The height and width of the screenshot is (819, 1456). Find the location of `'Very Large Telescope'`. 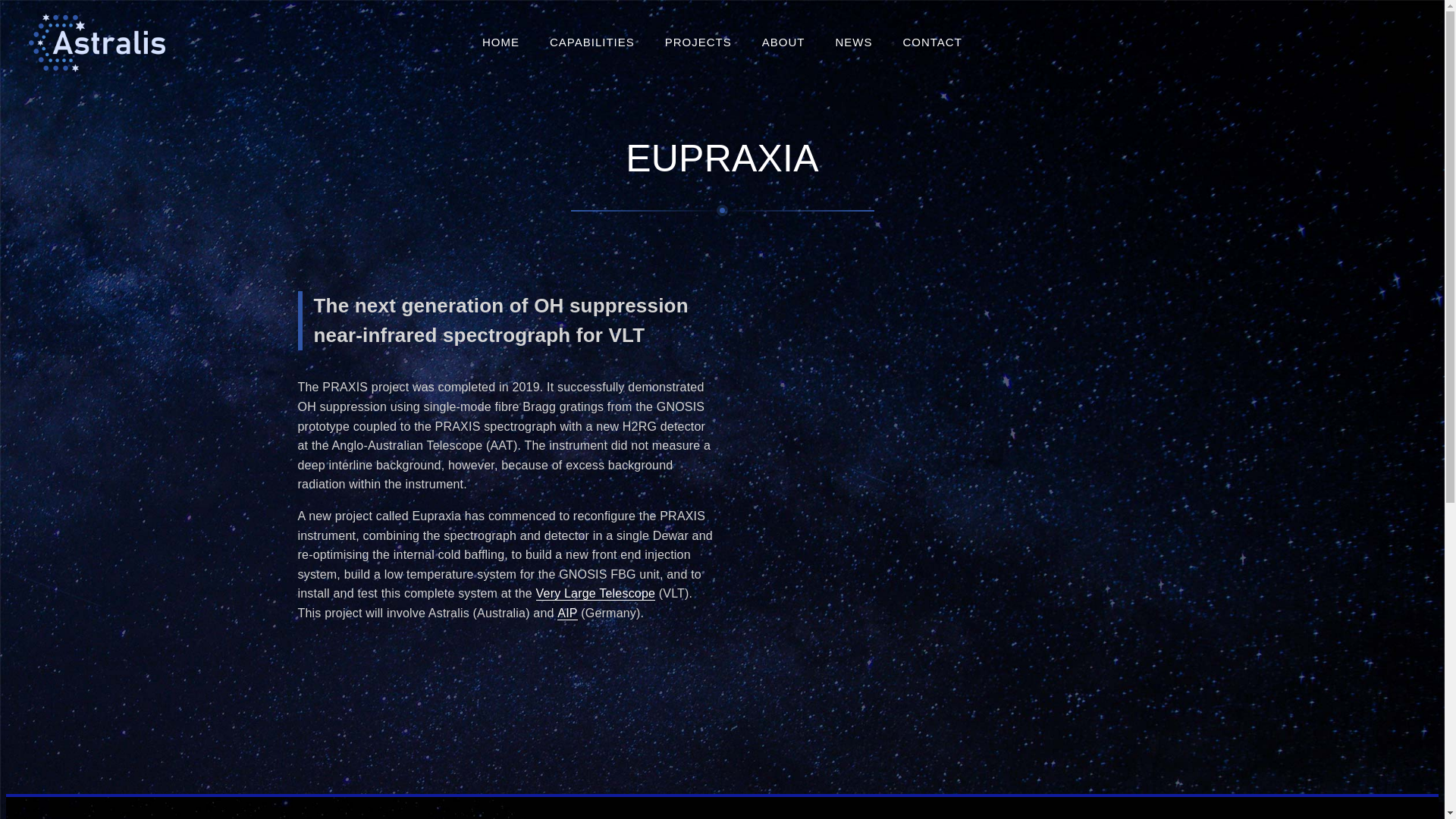

'Very Large Telescope' is located at coordinates (535, 593).